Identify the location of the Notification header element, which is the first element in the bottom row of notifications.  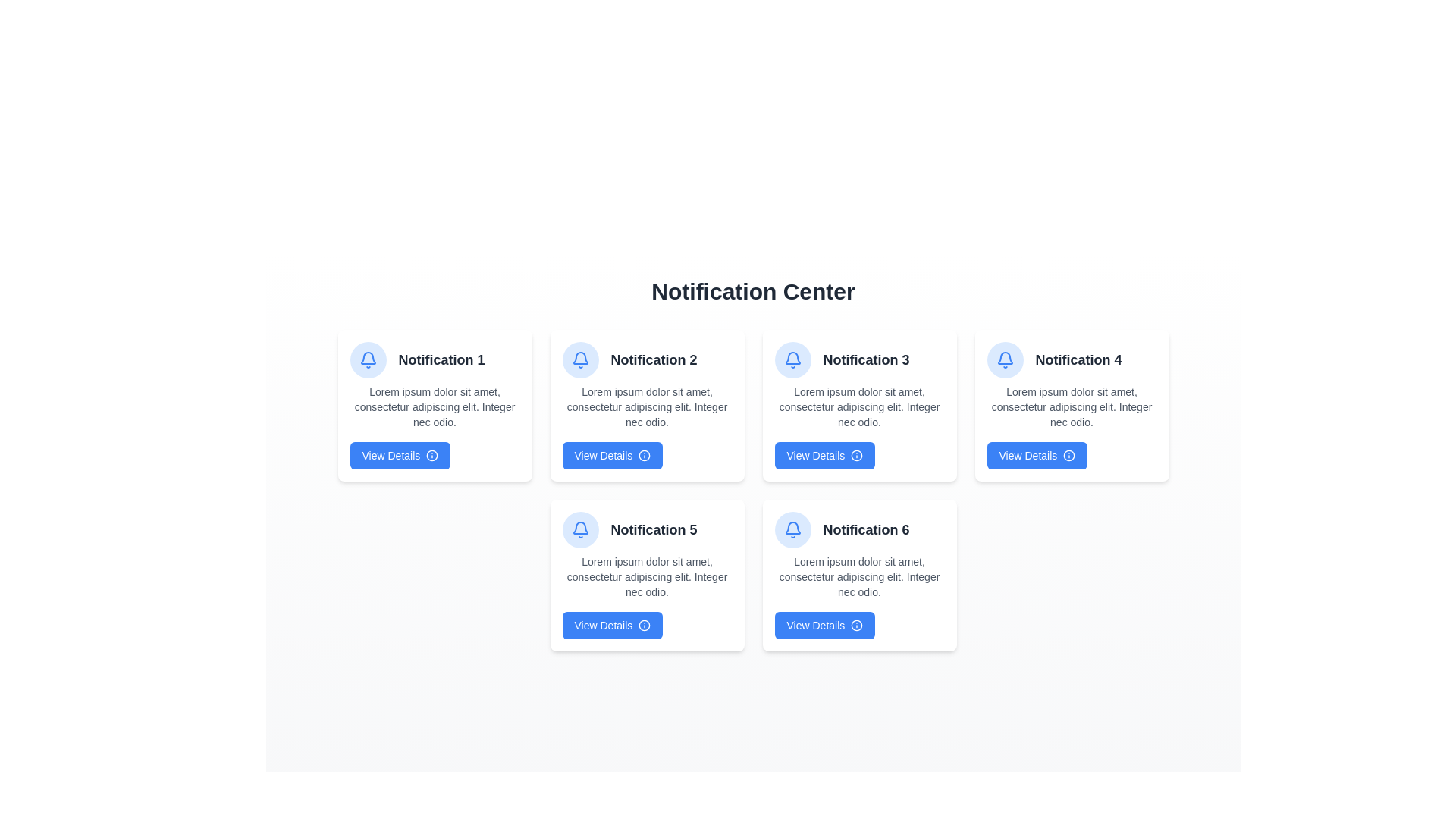
(647, 529).